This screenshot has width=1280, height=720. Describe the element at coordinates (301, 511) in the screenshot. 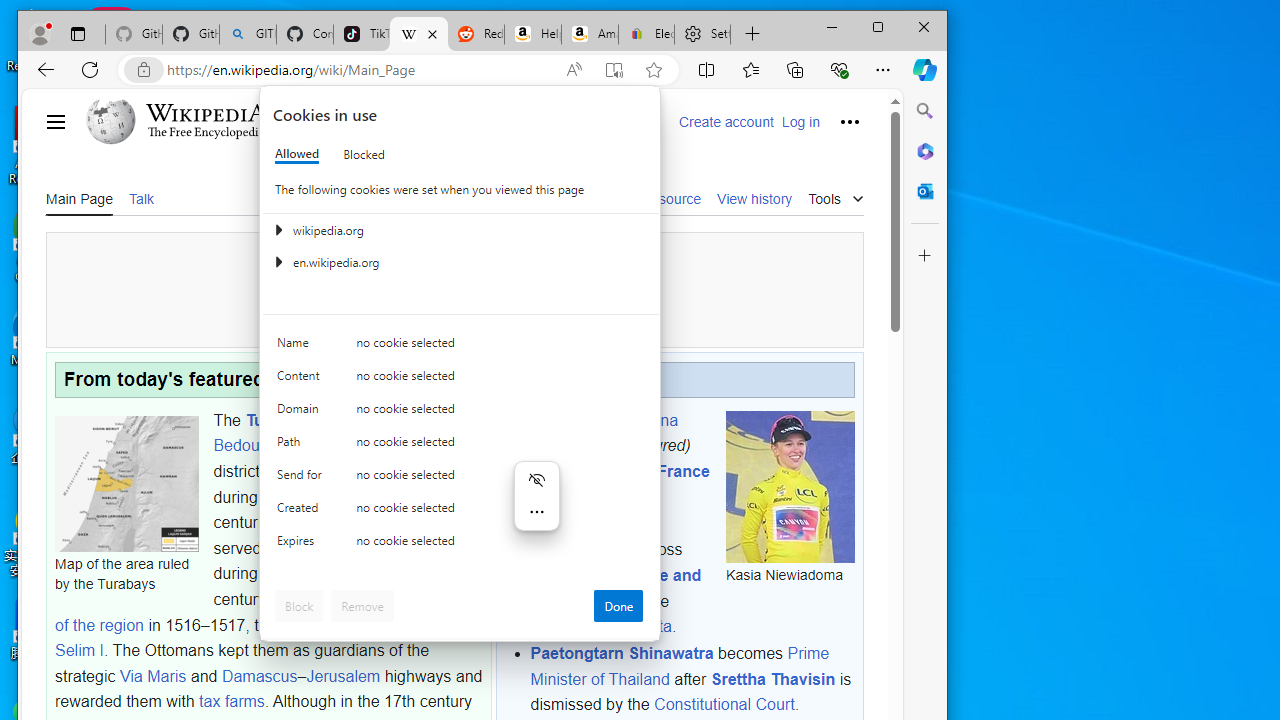

I see `'Created'` at that location.